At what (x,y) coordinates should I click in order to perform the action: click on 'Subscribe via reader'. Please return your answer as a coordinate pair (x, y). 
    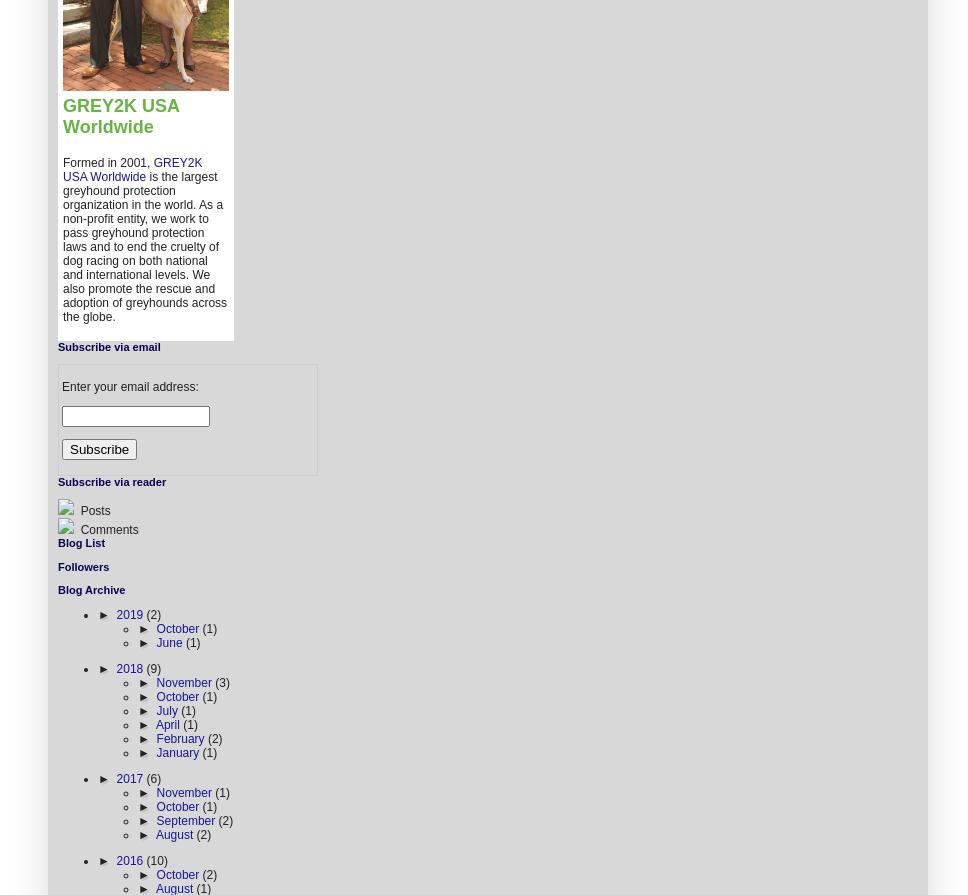
    Looking at the image, I should click on (111, 480).